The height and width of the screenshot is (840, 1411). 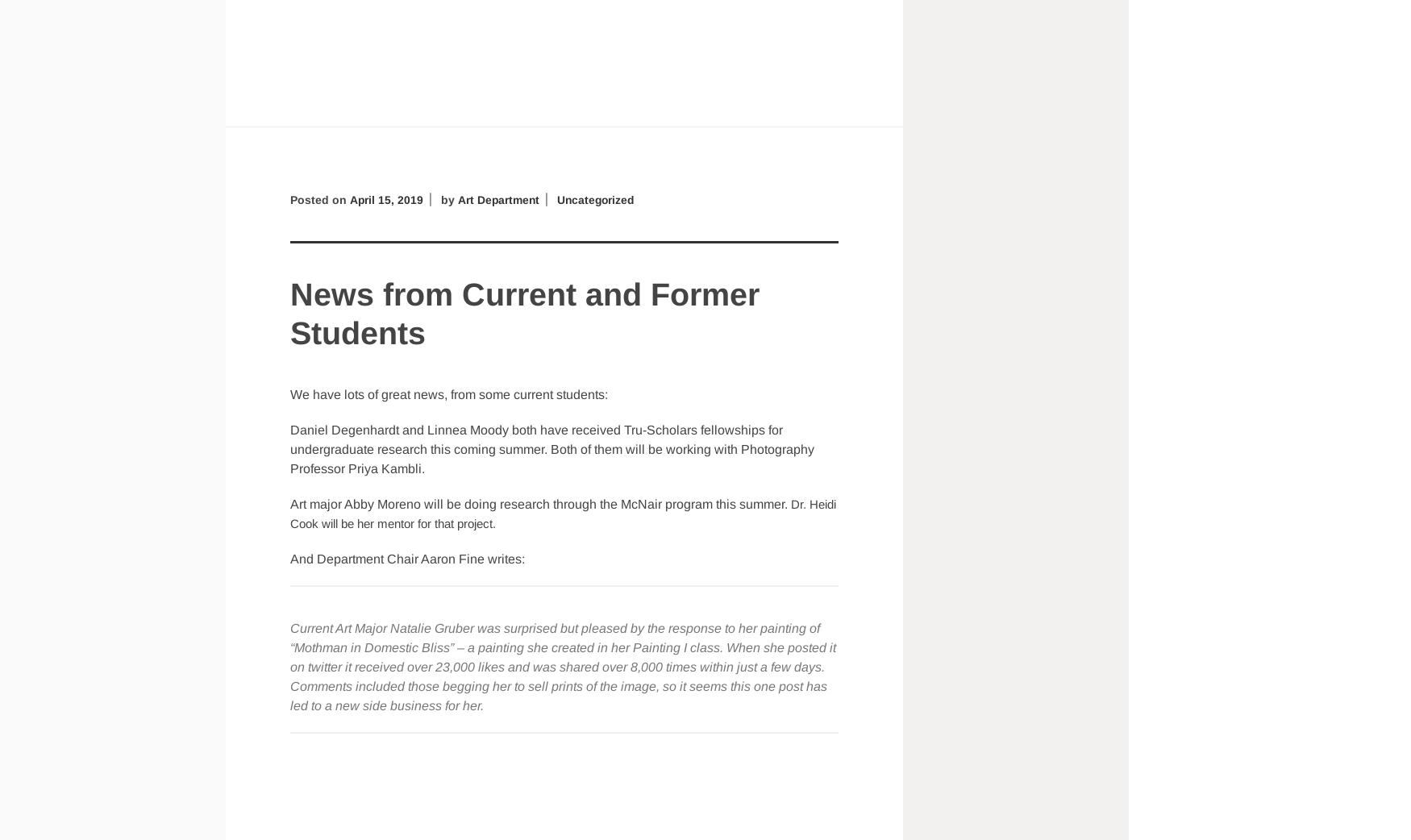 I want to click on 'Posted on', so click(x=318, y=198).